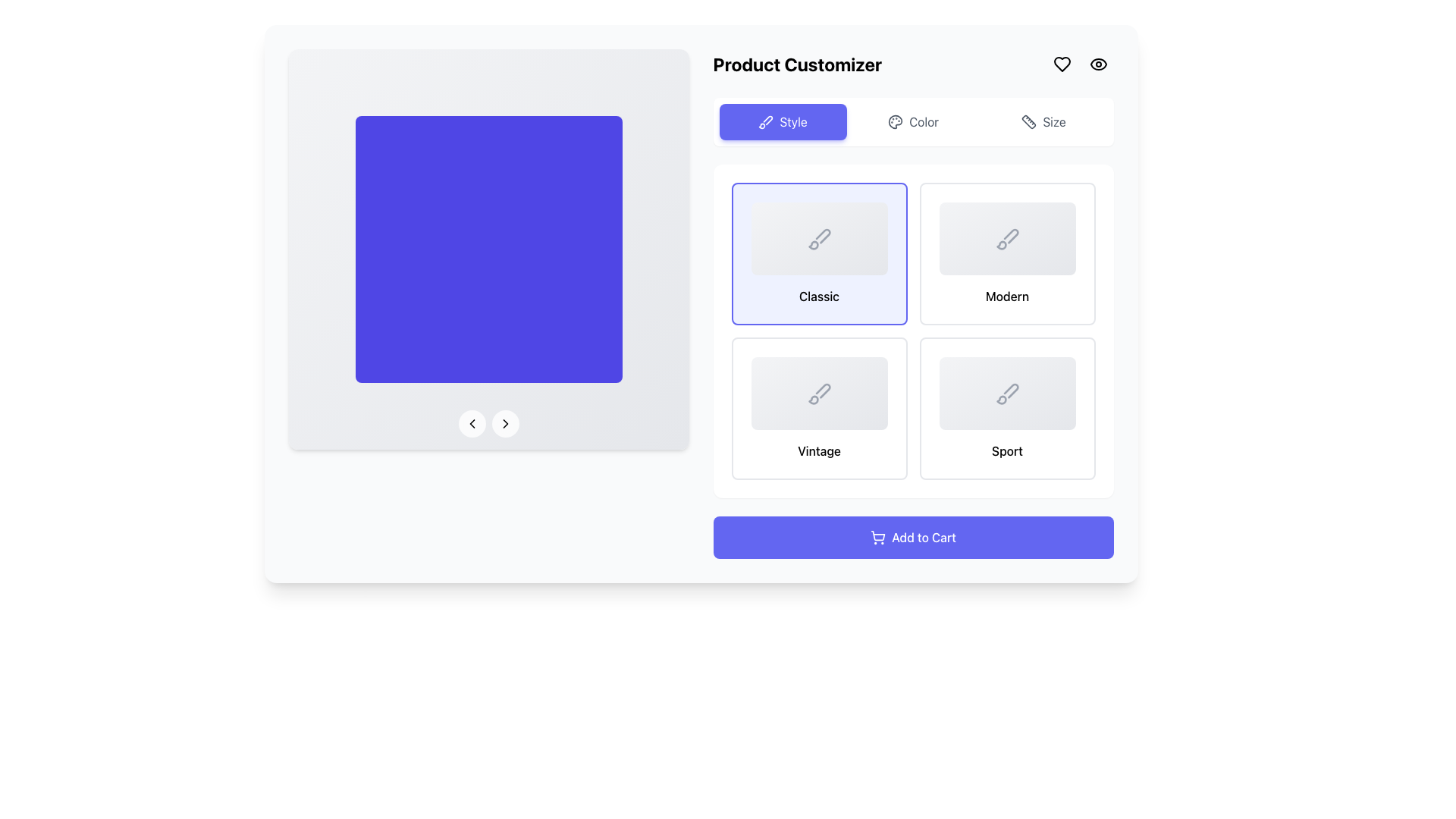  Describe the element at coordinates (1007, 239) in the screenshot. I see `the brush icon outlined in gray, located in the 'Modern' style option at the top right of the style selection grid` at that location.